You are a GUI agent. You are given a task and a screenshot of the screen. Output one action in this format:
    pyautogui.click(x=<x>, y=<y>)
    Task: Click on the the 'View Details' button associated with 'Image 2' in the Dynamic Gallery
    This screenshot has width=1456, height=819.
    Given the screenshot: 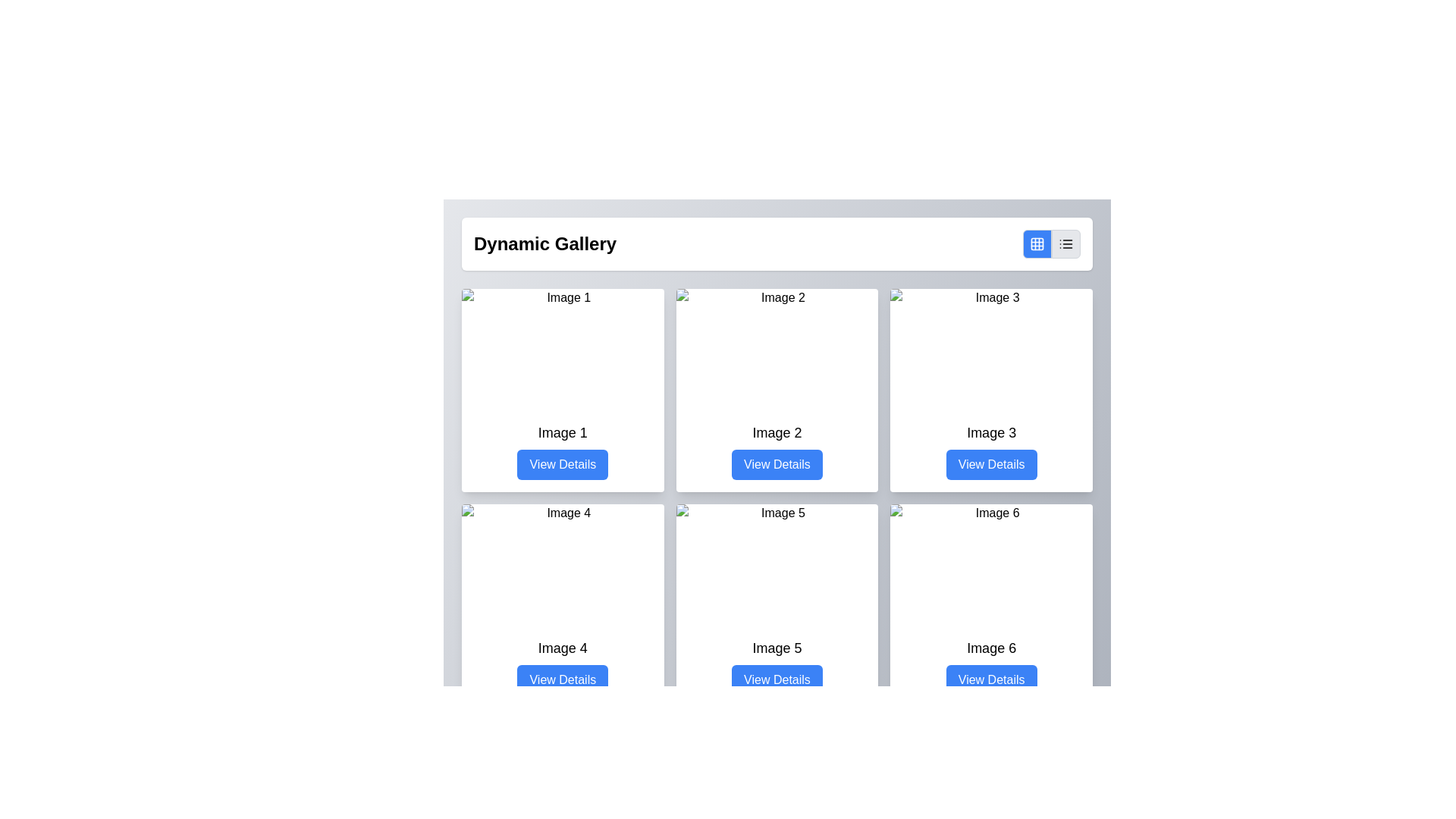 What is the action you would take?
    pyautogui.click(x=777, y=464)
    